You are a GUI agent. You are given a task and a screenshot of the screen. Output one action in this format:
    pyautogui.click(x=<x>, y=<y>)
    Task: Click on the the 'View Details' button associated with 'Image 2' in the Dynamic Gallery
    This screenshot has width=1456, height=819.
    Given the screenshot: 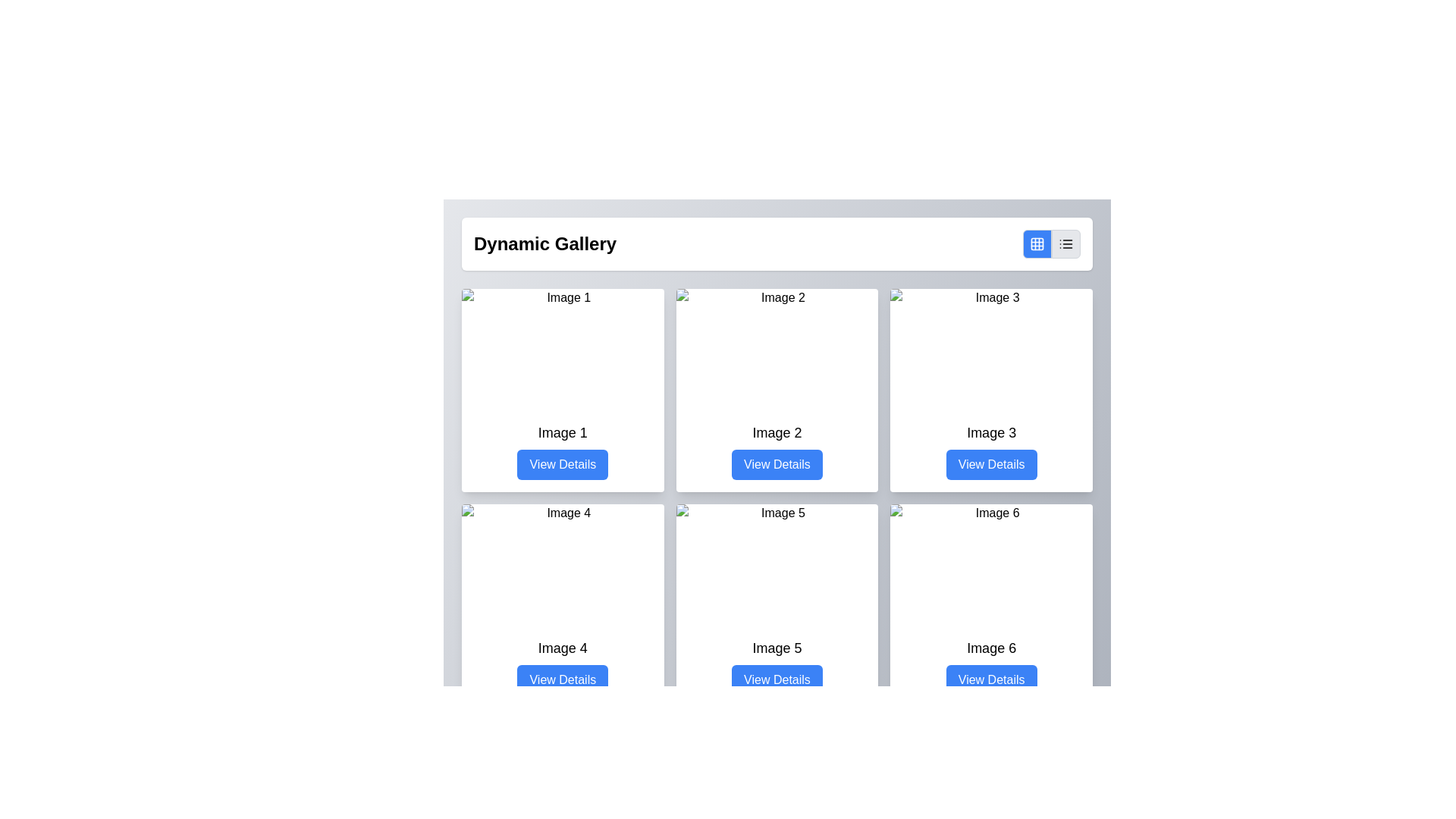 What is the action you would take?
    pyautogui.click(x=777, y=464)
    